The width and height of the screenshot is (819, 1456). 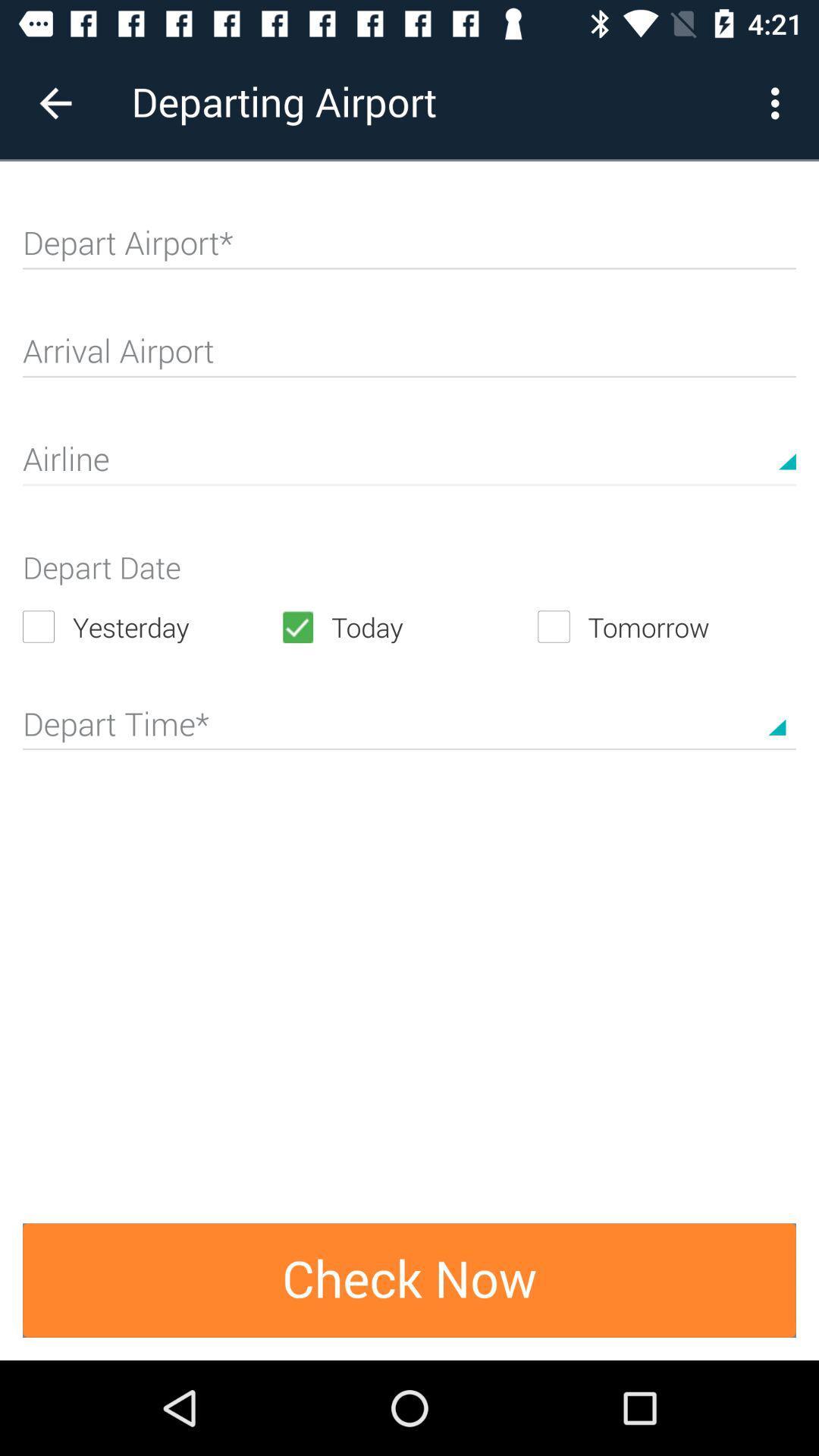 What do you see at coordinates (666, 626) in the screenshot?
I see `button beside today` at bounding box center [666, 626].